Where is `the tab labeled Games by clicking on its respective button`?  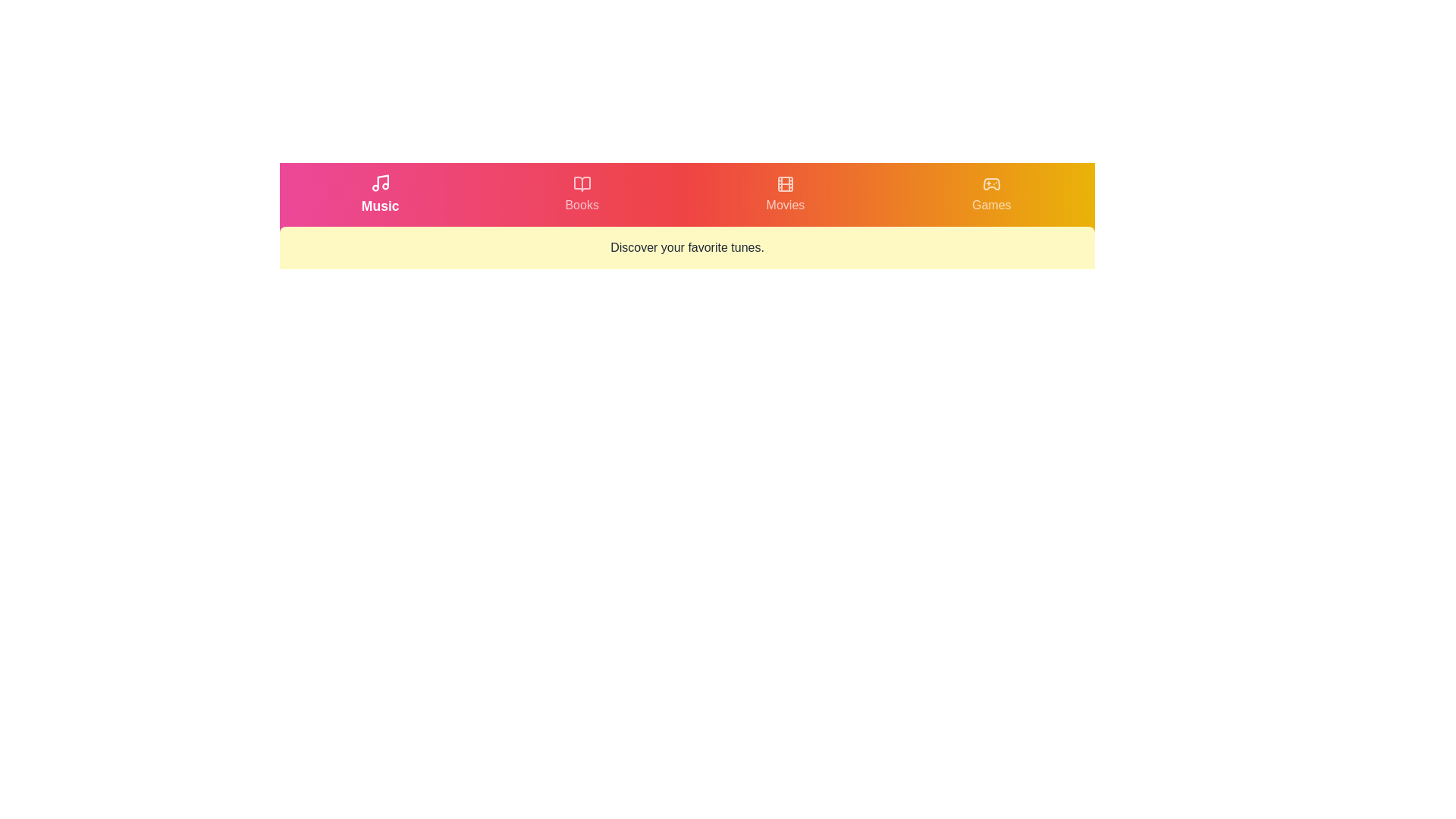 the tab labeled Games by clicking on its respective button is located at coordinates (992, 194).